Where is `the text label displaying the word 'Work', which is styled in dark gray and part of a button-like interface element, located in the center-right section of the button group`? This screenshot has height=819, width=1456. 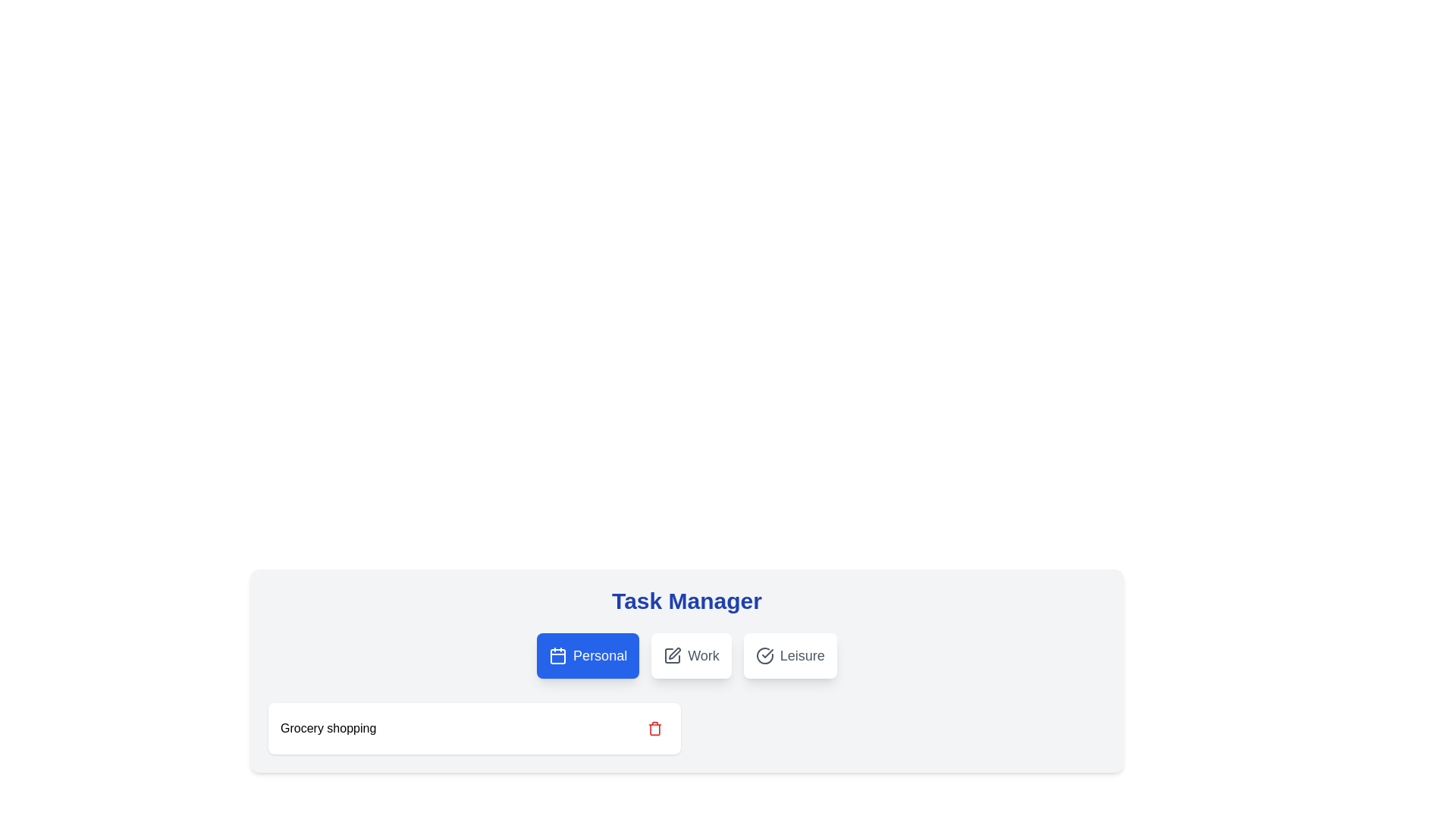 the text label displaying the word 'Work', which is styled in dark gray and part of a button-like interface element, located in the center-right section of the button group is located at coordinates (702, 654).